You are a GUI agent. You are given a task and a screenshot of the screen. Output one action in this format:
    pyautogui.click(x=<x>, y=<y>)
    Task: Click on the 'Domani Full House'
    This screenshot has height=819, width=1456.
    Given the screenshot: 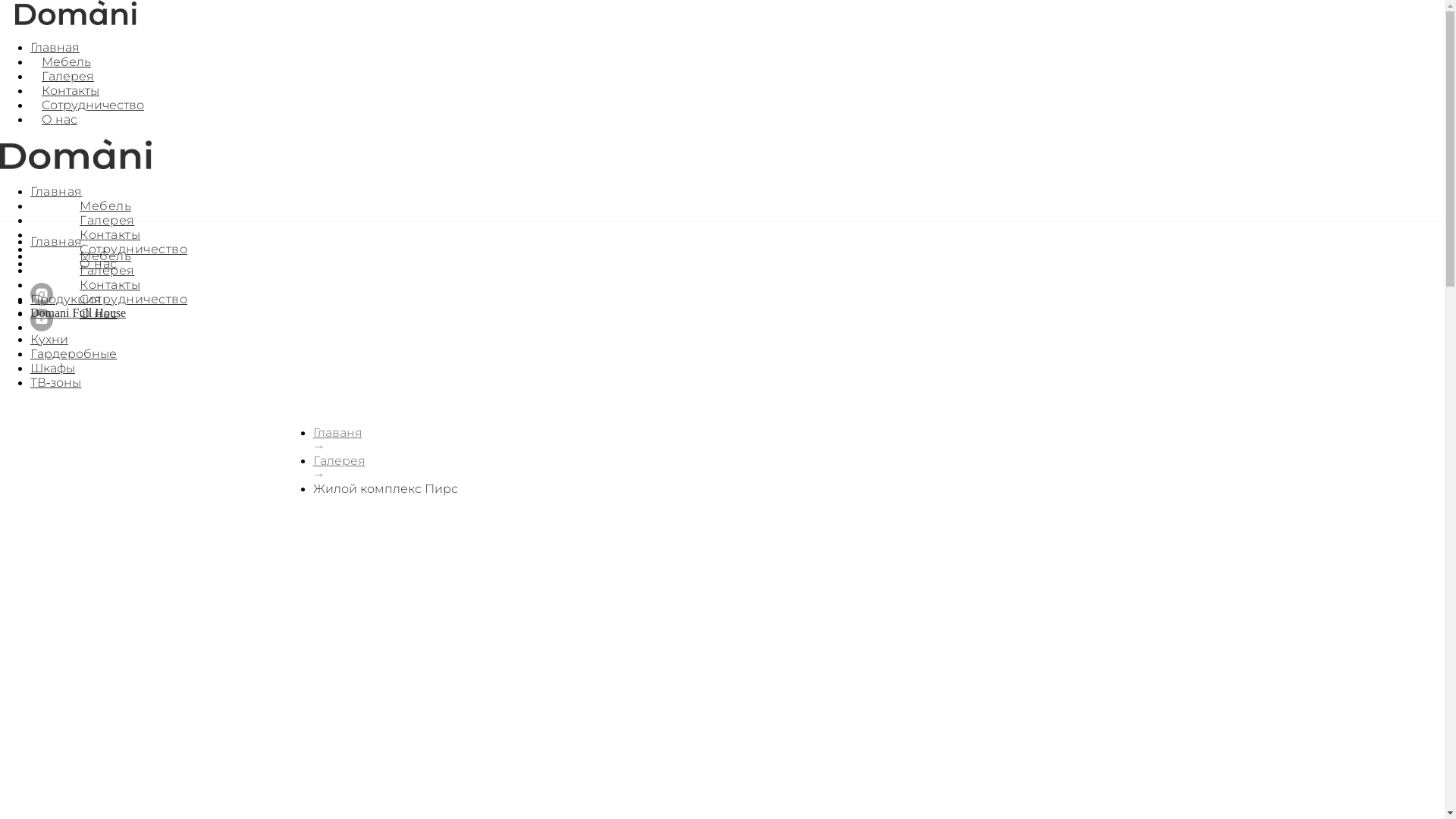 What is the action you would take?
    pyautogui.click(x=77, y=312)
    